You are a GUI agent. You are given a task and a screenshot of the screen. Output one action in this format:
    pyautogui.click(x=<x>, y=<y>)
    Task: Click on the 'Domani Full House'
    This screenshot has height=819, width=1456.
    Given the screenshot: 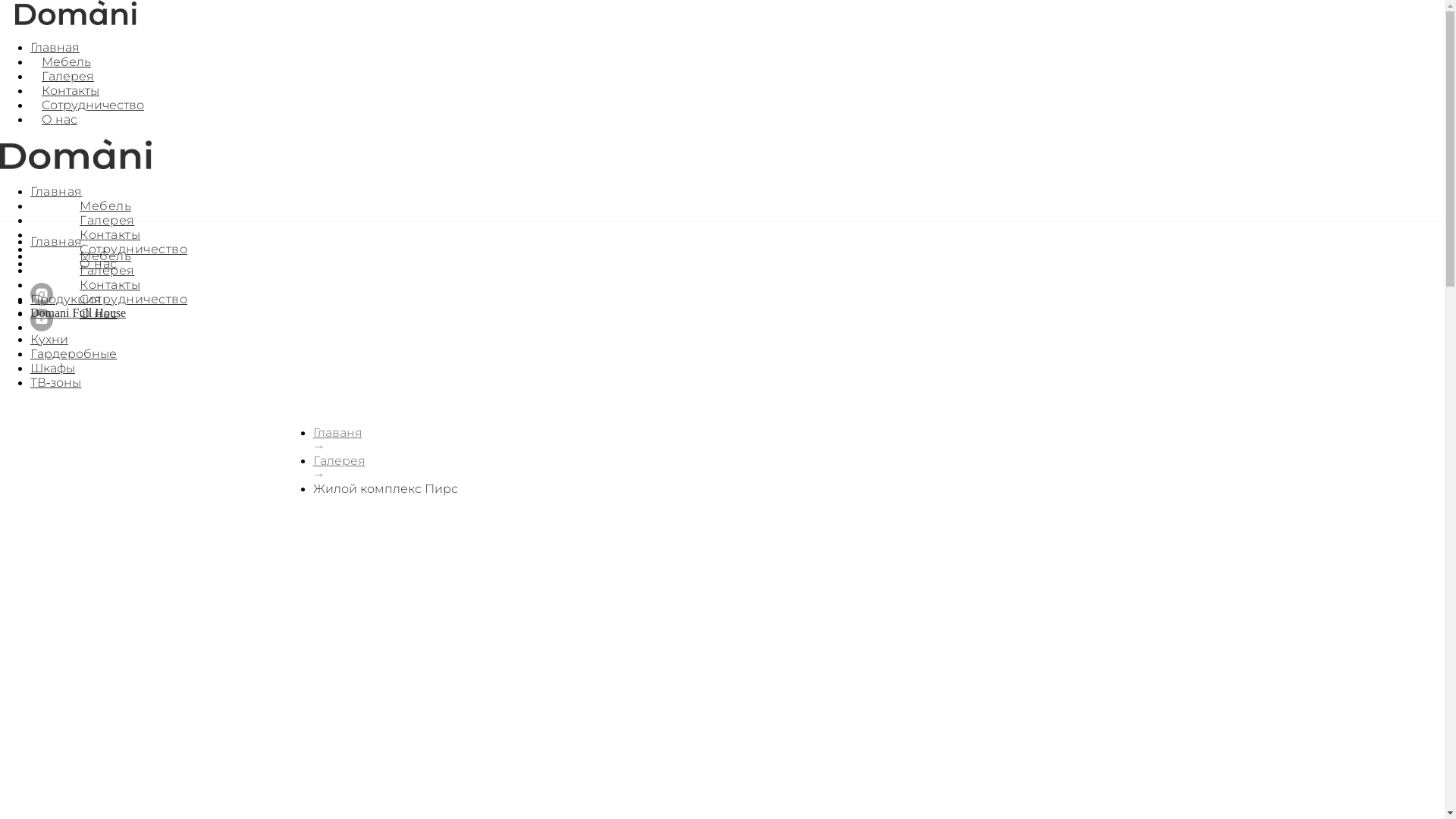 What is the action you would take?
    pyautogui.click(x=77, y=312)
    